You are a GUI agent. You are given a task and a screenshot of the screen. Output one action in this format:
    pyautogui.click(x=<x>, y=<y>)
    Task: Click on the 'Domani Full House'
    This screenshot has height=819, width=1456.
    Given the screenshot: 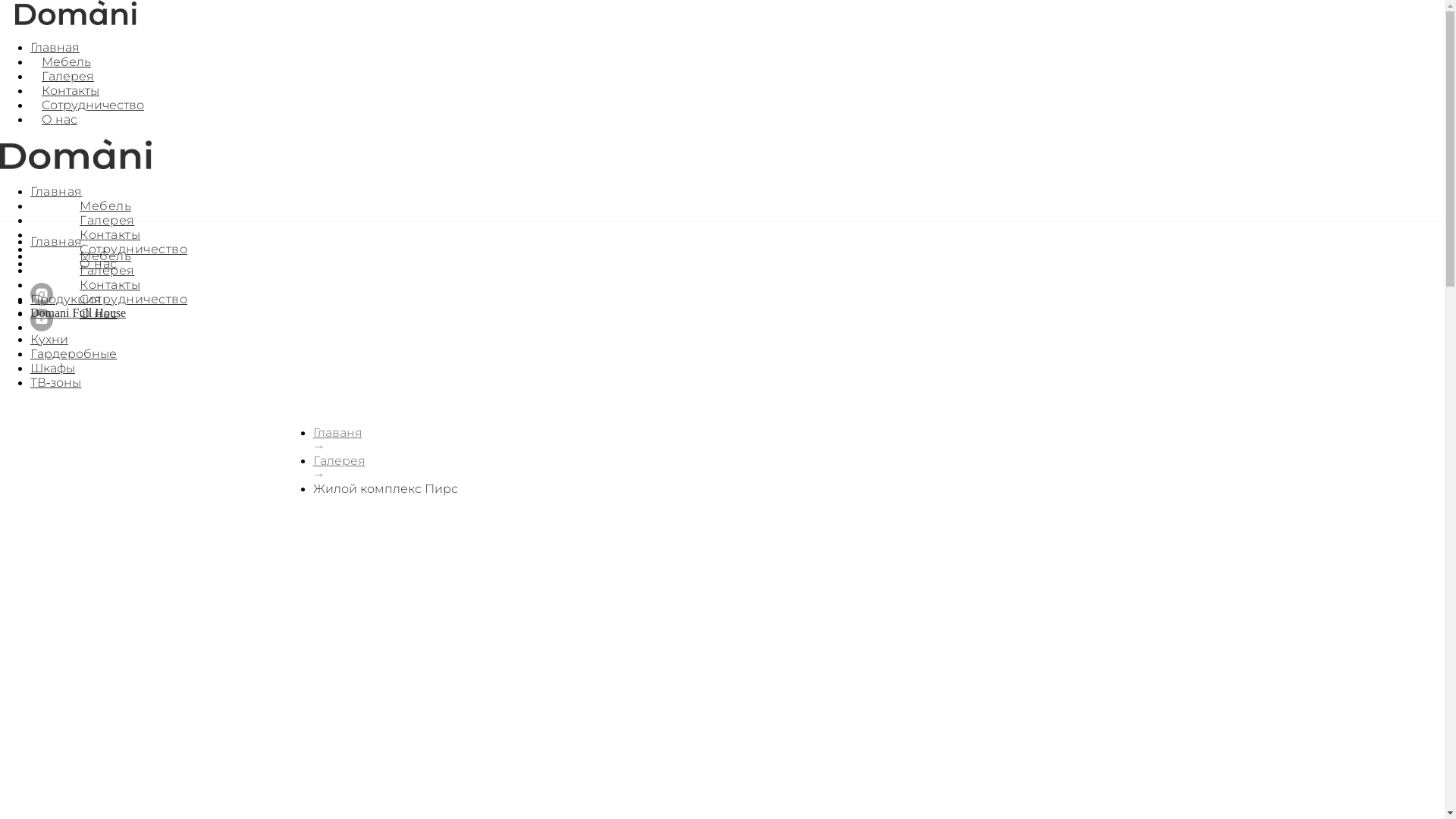 What is the action you would take?
    pyautogui.click(x=77, y=312)
    